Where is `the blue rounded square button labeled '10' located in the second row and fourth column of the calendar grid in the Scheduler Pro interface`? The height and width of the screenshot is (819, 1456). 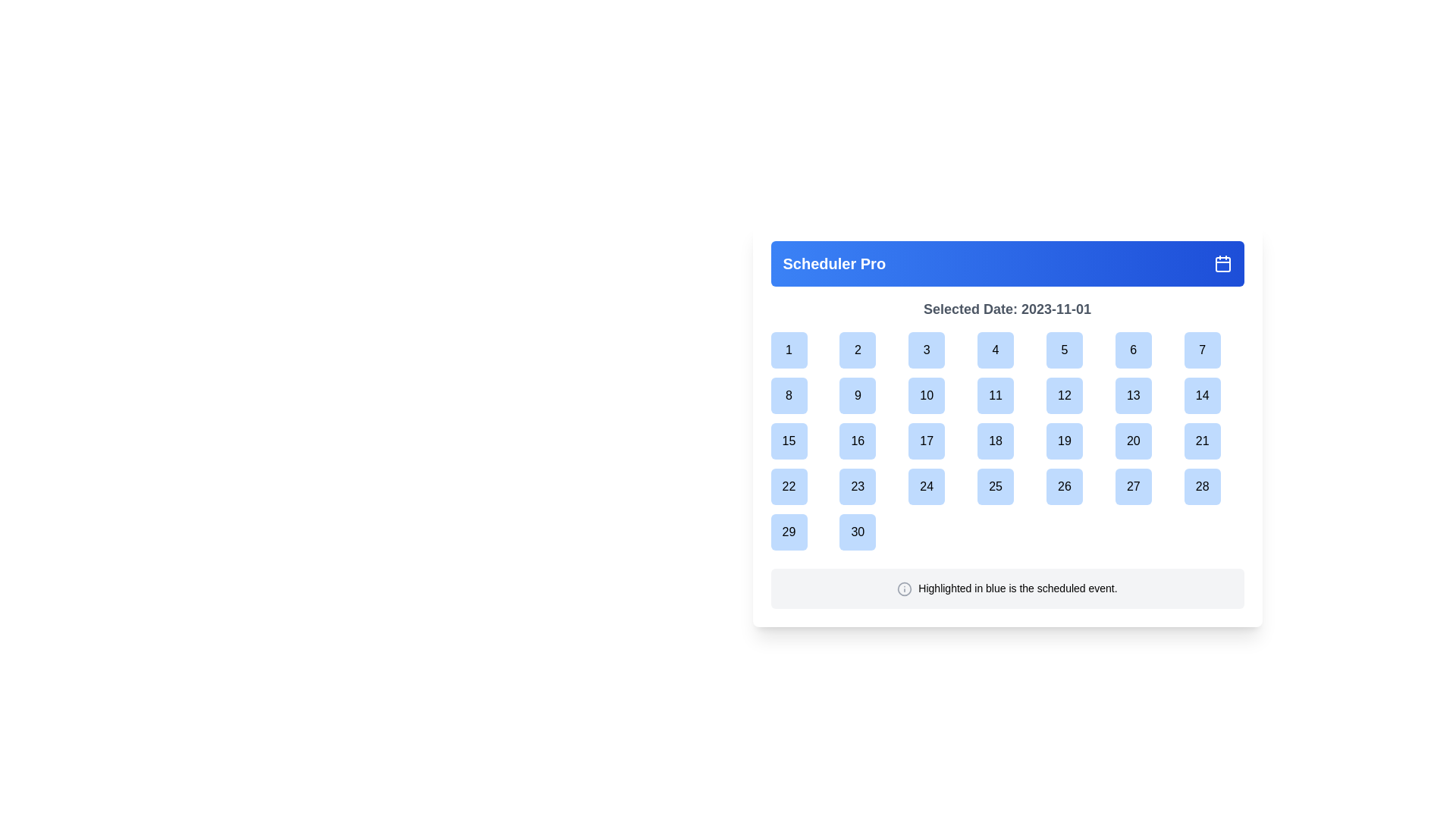
the blue rounded square button labeled '10' located in the second row and fourth column of the calendar grid in the Scheduler Pro interface is located at coordinates (937, 394).